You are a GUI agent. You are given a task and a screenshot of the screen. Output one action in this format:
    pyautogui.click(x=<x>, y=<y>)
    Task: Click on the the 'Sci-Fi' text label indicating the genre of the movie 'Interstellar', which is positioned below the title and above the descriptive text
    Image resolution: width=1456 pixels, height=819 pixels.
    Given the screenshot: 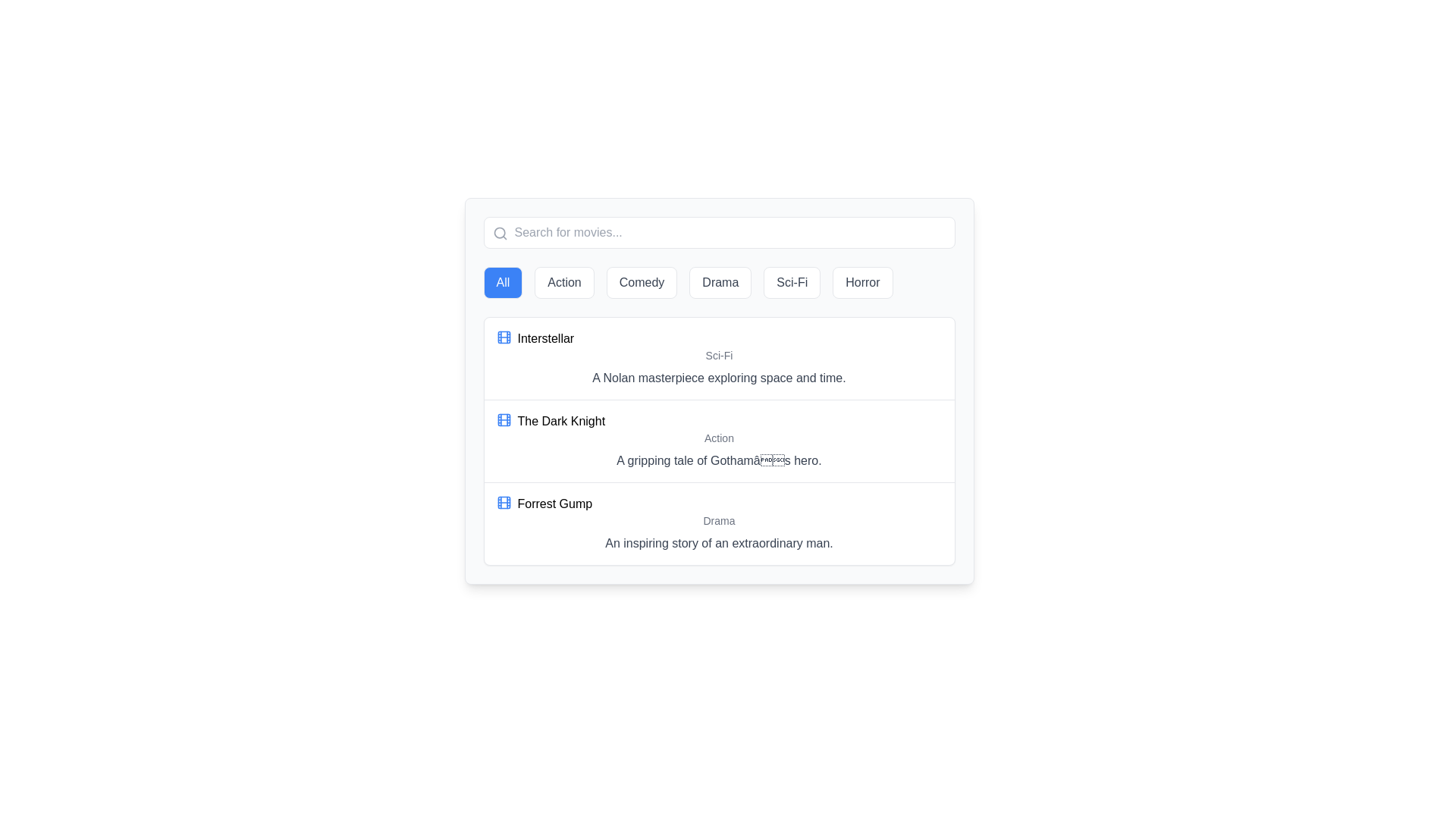 What is the action you would take?
    pyautogui.click(x=718, y=356)
    